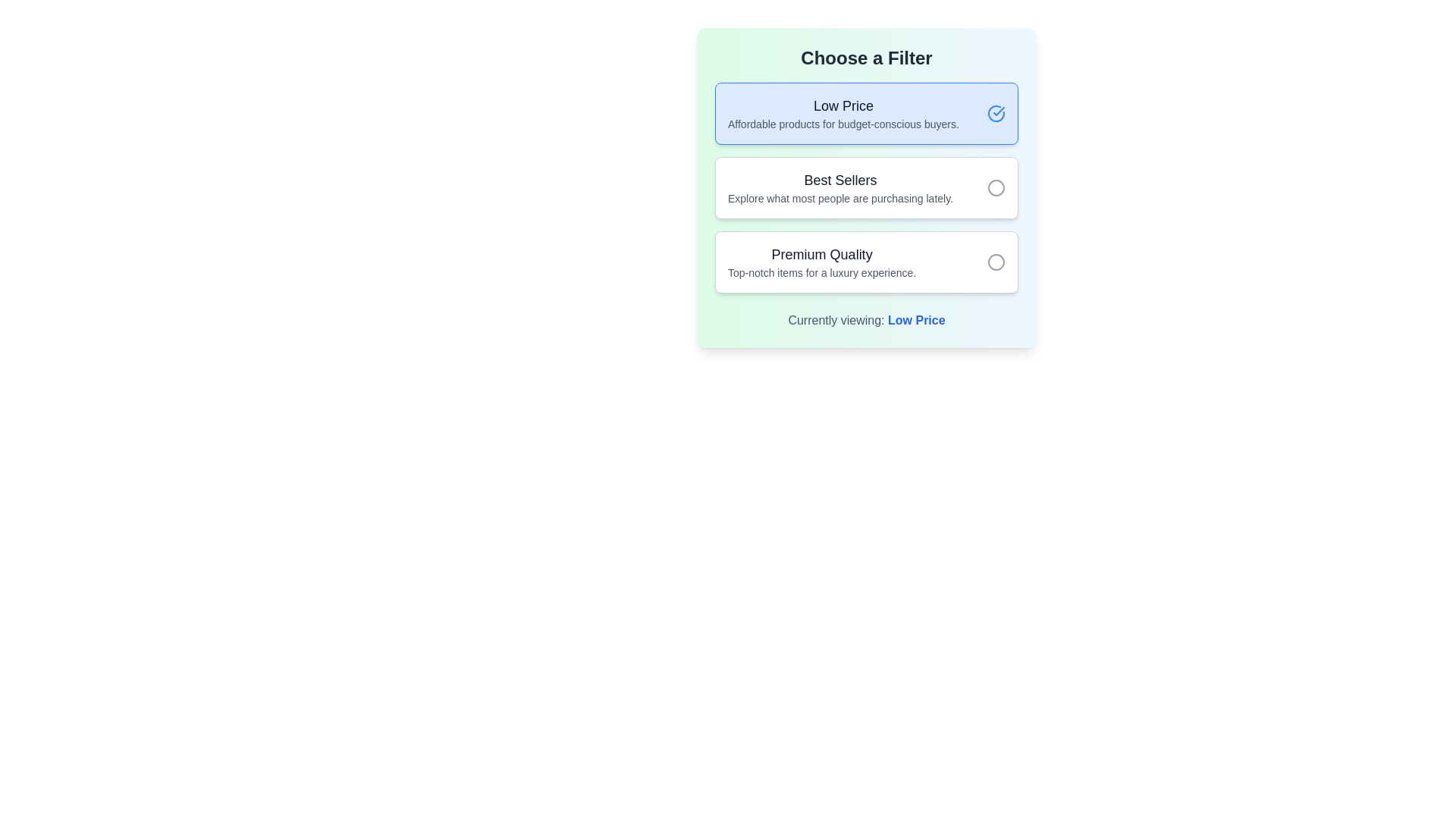 Image resolution: width=1456 pixels, height=819 pixels. I want to click on the circular radio button located within the third option card titled 'Premium Quality', so click(996, 262).